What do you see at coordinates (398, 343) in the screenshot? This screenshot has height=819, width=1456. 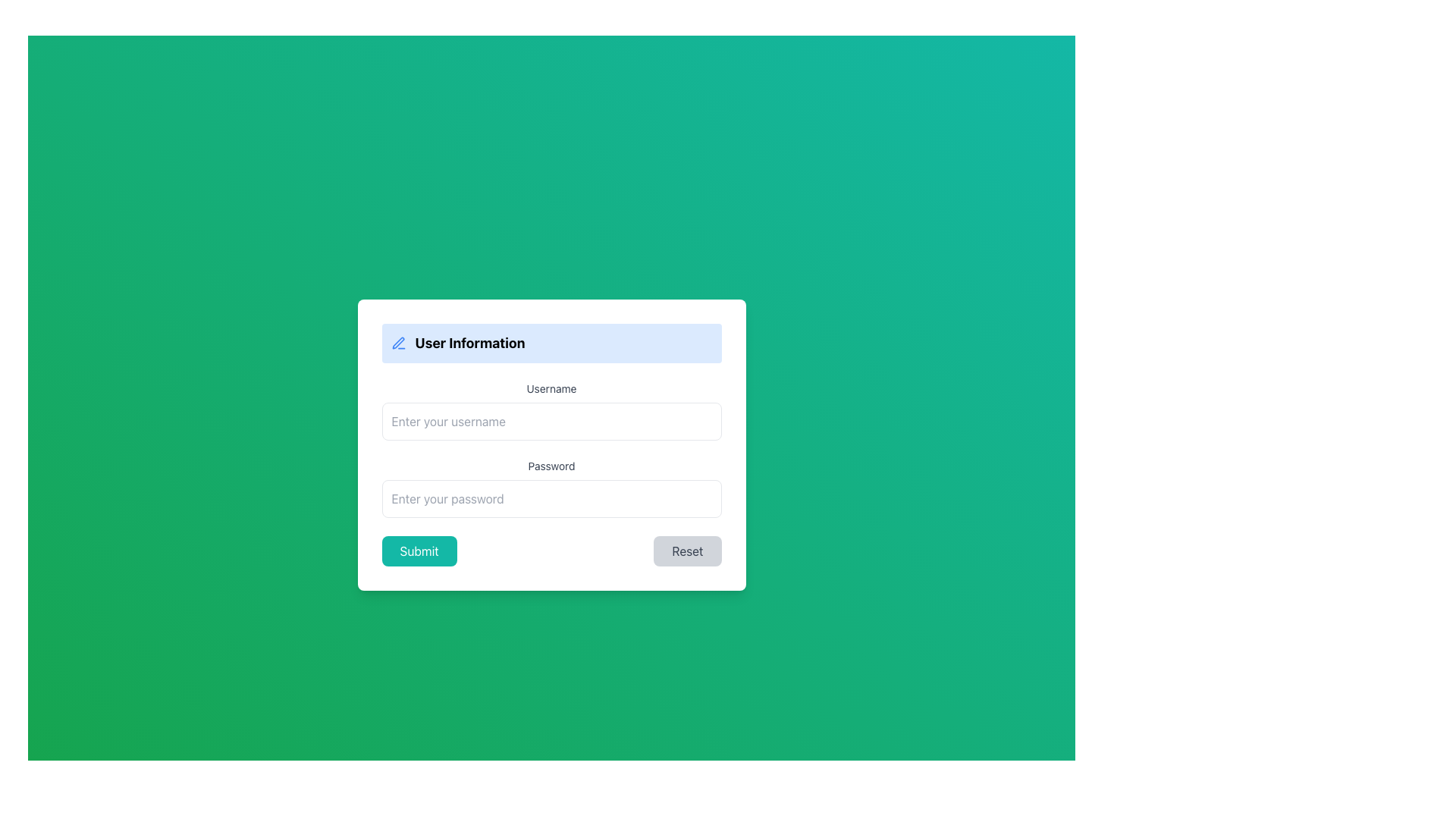 I see `the pen-like icon with a blue outline located in the 'User Information' section of the interface` at bounding box center [398, 343].